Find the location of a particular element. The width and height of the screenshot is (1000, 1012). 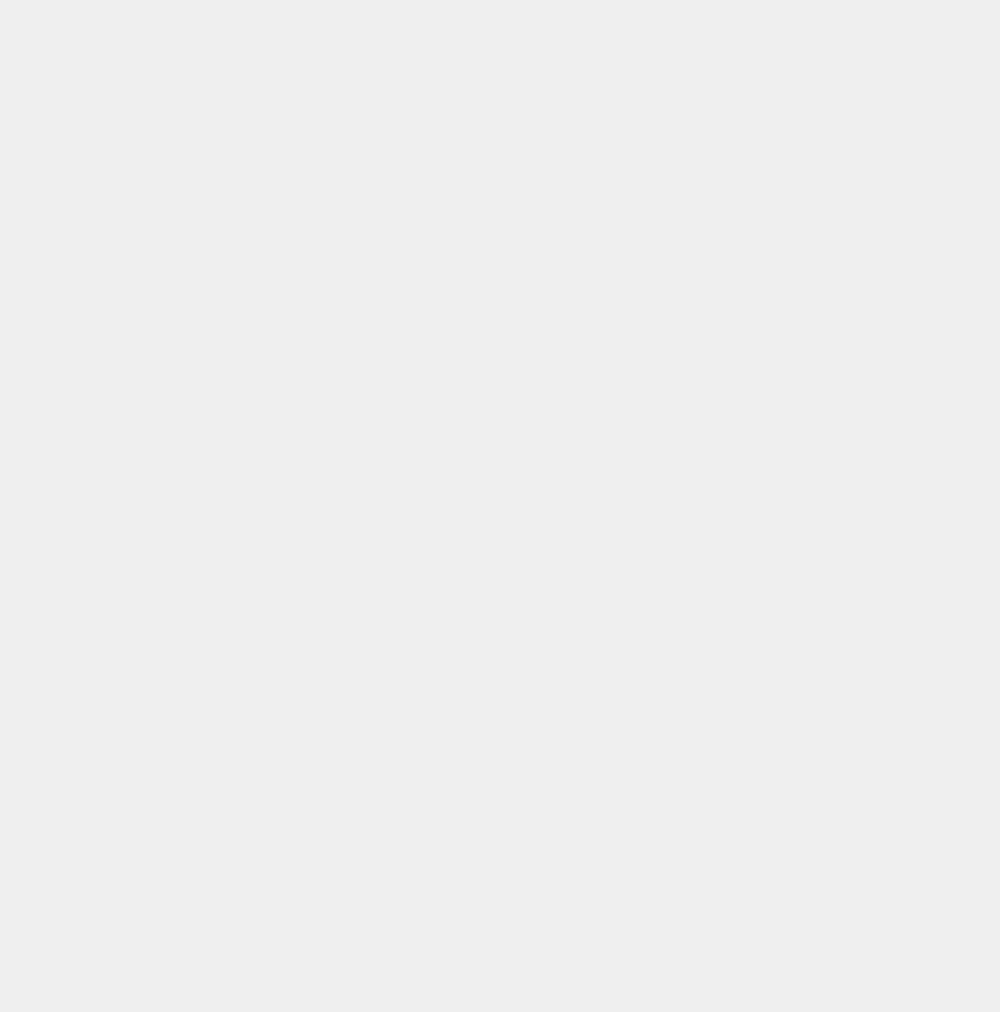

'Message' is located at coordinates (20, 366).